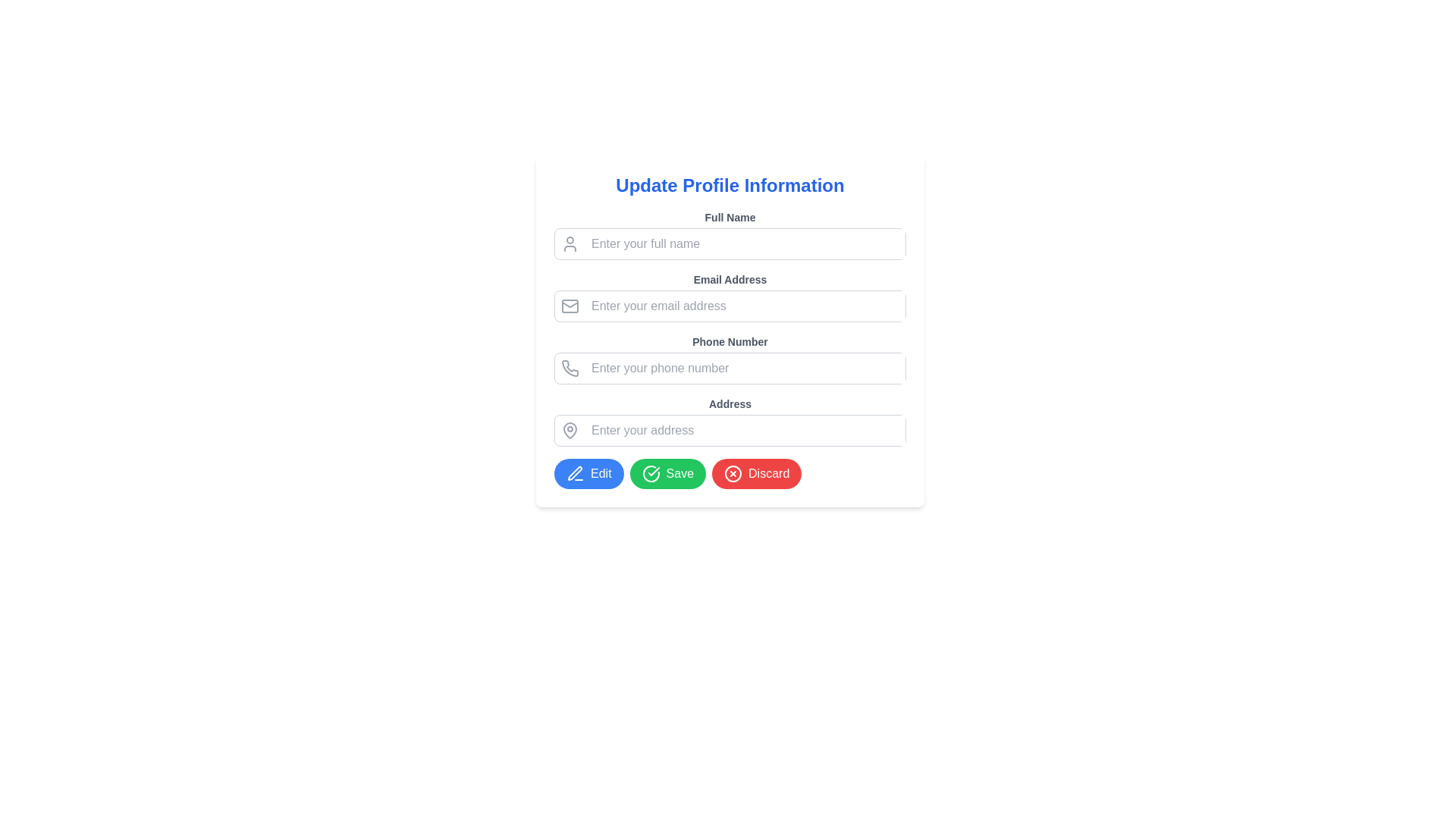 The image size is (1456, 819). I want to click on the phone number icon located next to the input field in the 'Update Profile Information' form, specifically in the third line item, so click(570, 369).